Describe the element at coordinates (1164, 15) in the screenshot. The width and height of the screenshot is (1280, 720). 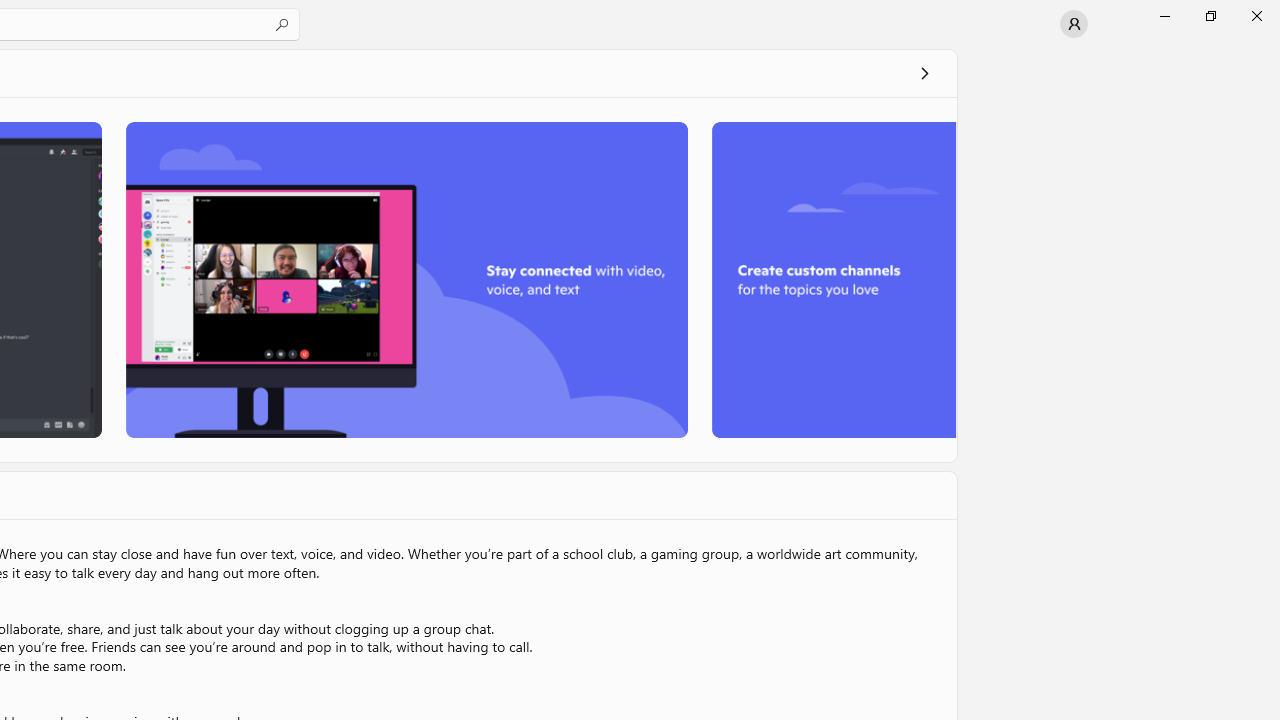
I see `'Minimize Microsoft Store'` at that location.